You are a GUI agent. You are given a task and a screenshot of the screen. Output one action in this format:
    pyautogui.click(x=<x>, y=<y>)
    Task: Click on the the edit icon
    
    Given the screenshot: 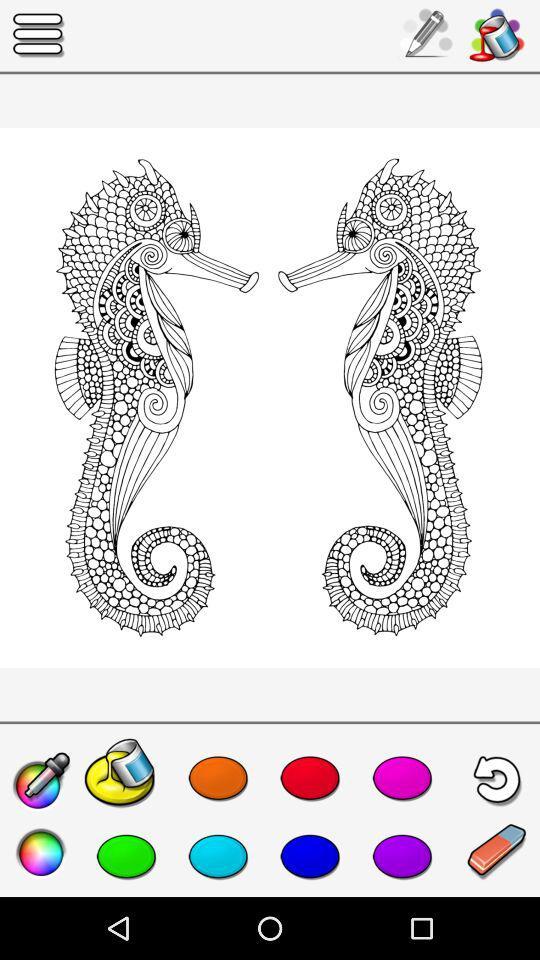 What is the action you would take?
    pyautogui.click(x=41, y=782)
    